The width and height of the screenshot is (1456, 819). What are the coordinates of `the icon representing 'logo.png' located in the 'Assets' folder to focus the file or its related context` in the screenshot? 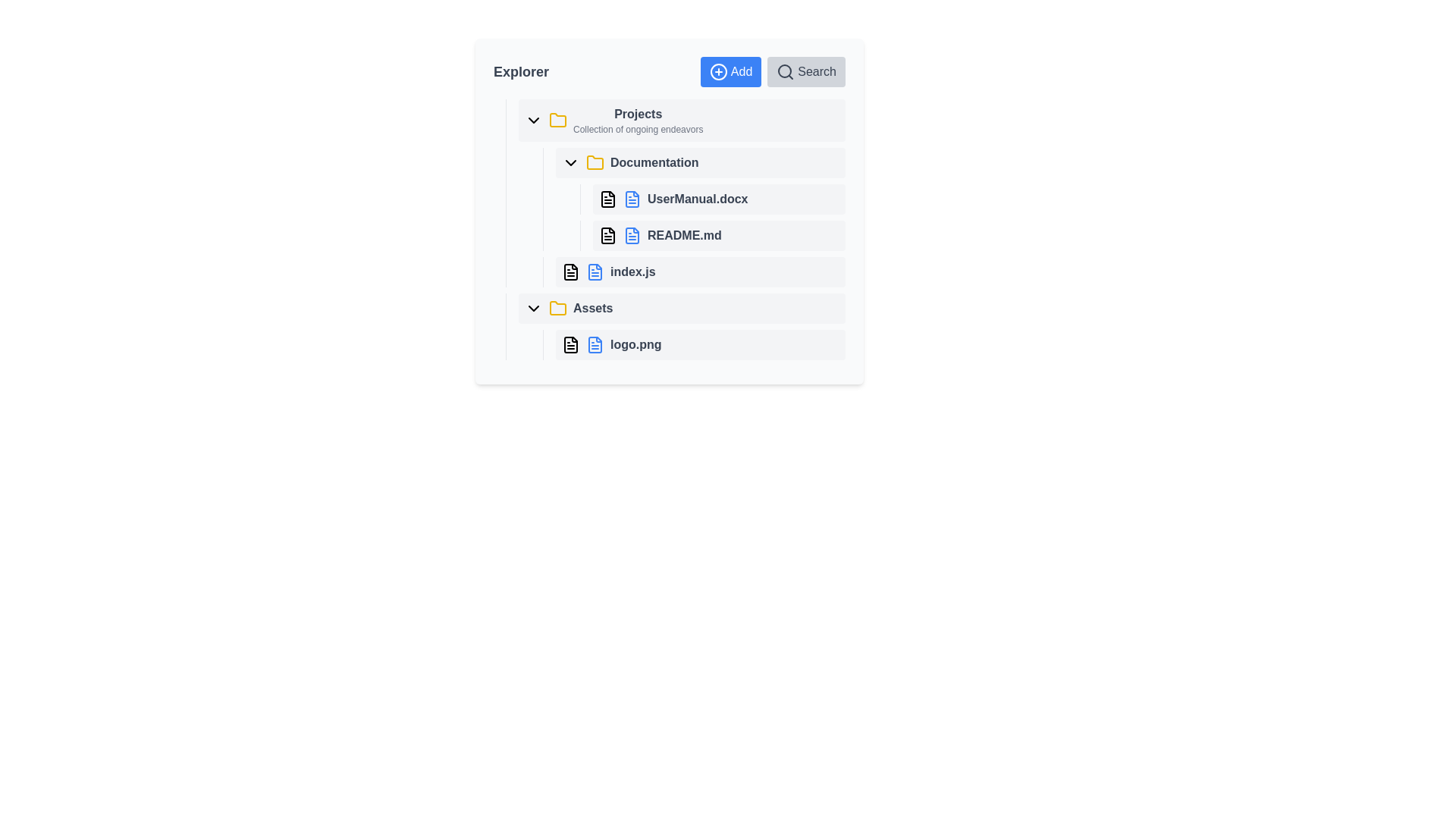 It's located at (570, 345).